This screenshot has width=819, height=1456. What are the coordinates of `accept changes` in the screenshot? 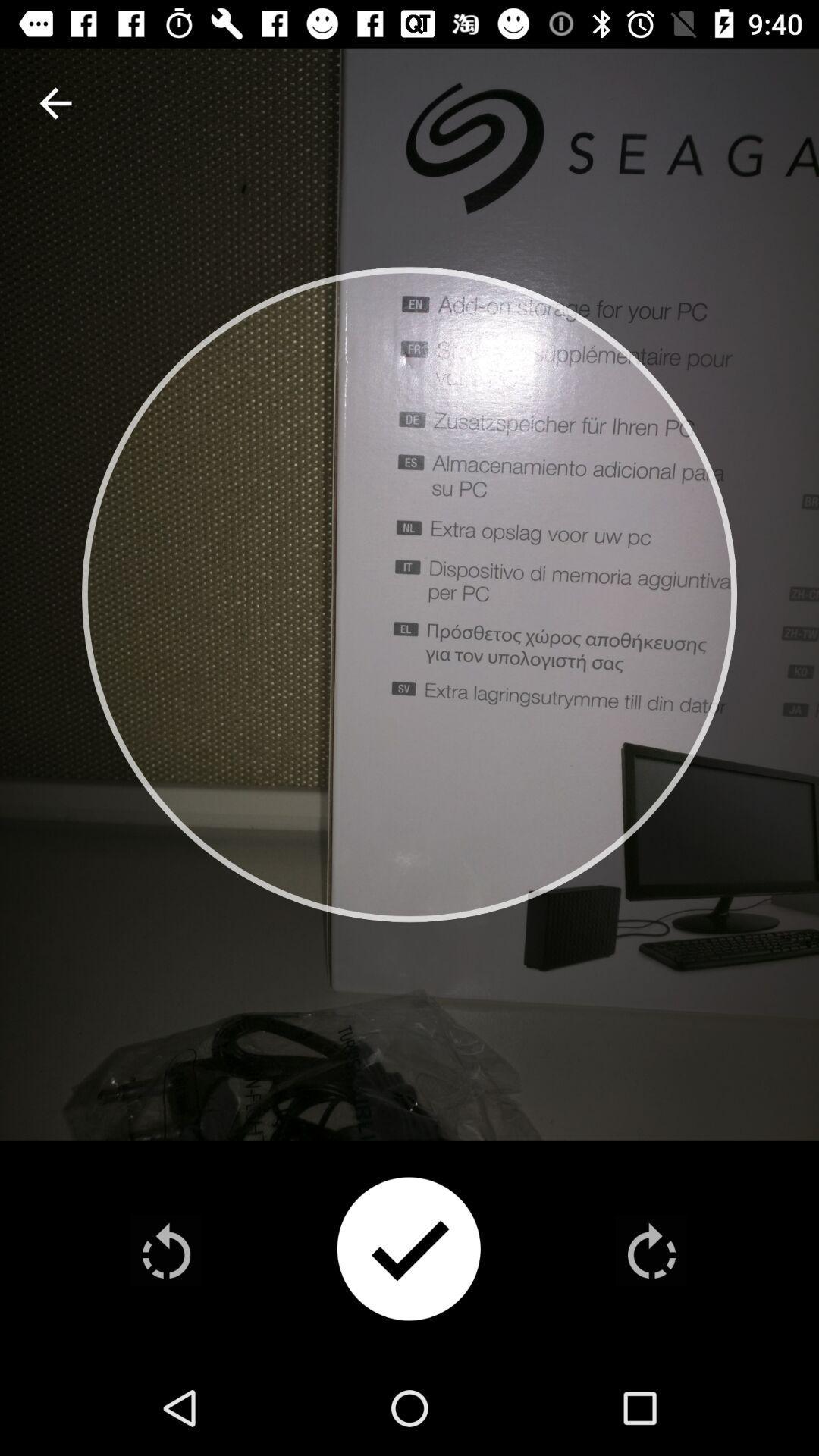 It's located at (408, 1250).